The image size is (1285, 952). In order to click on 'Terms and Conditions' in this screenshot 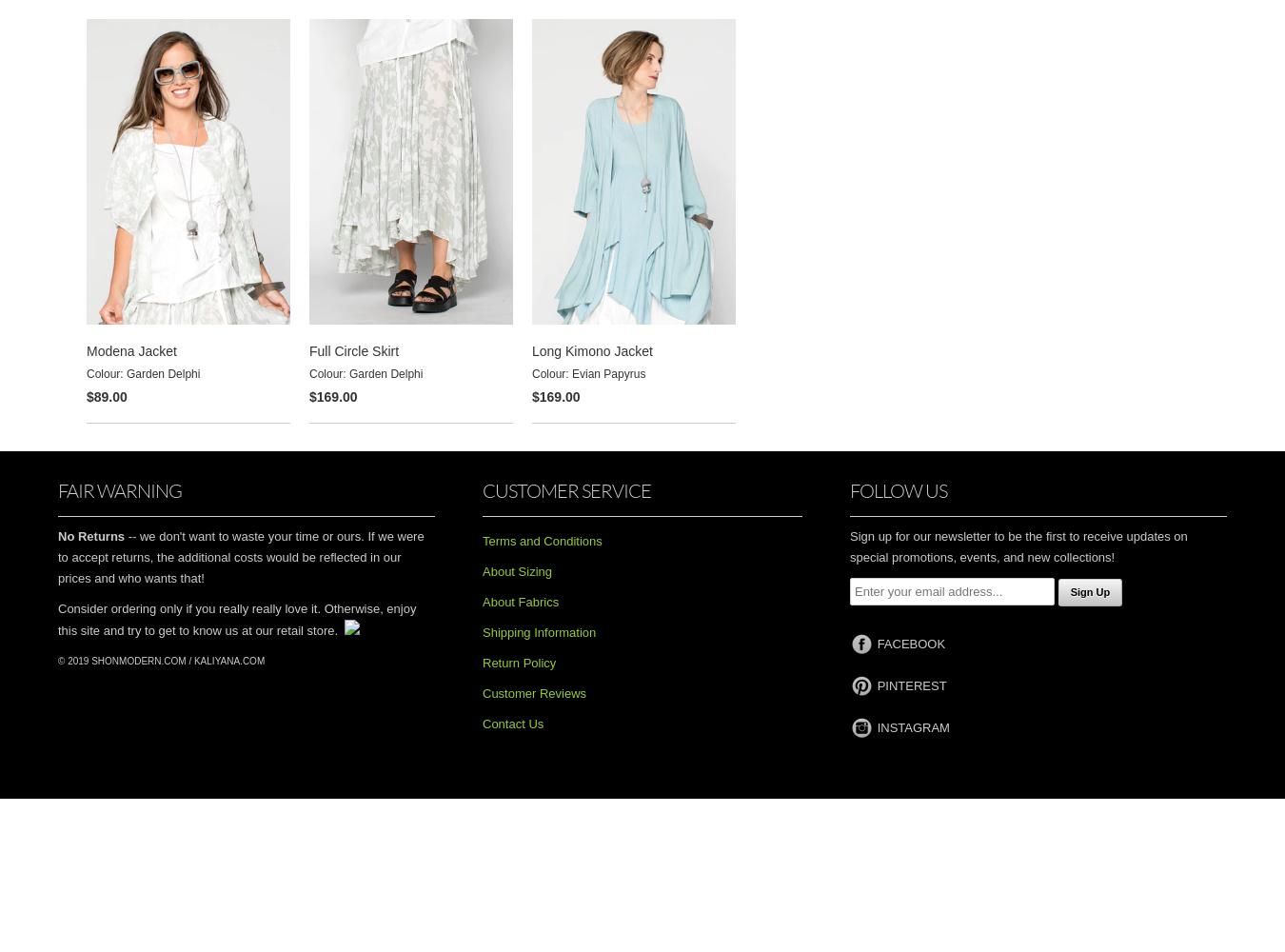, I will do `click(542, 539)`.